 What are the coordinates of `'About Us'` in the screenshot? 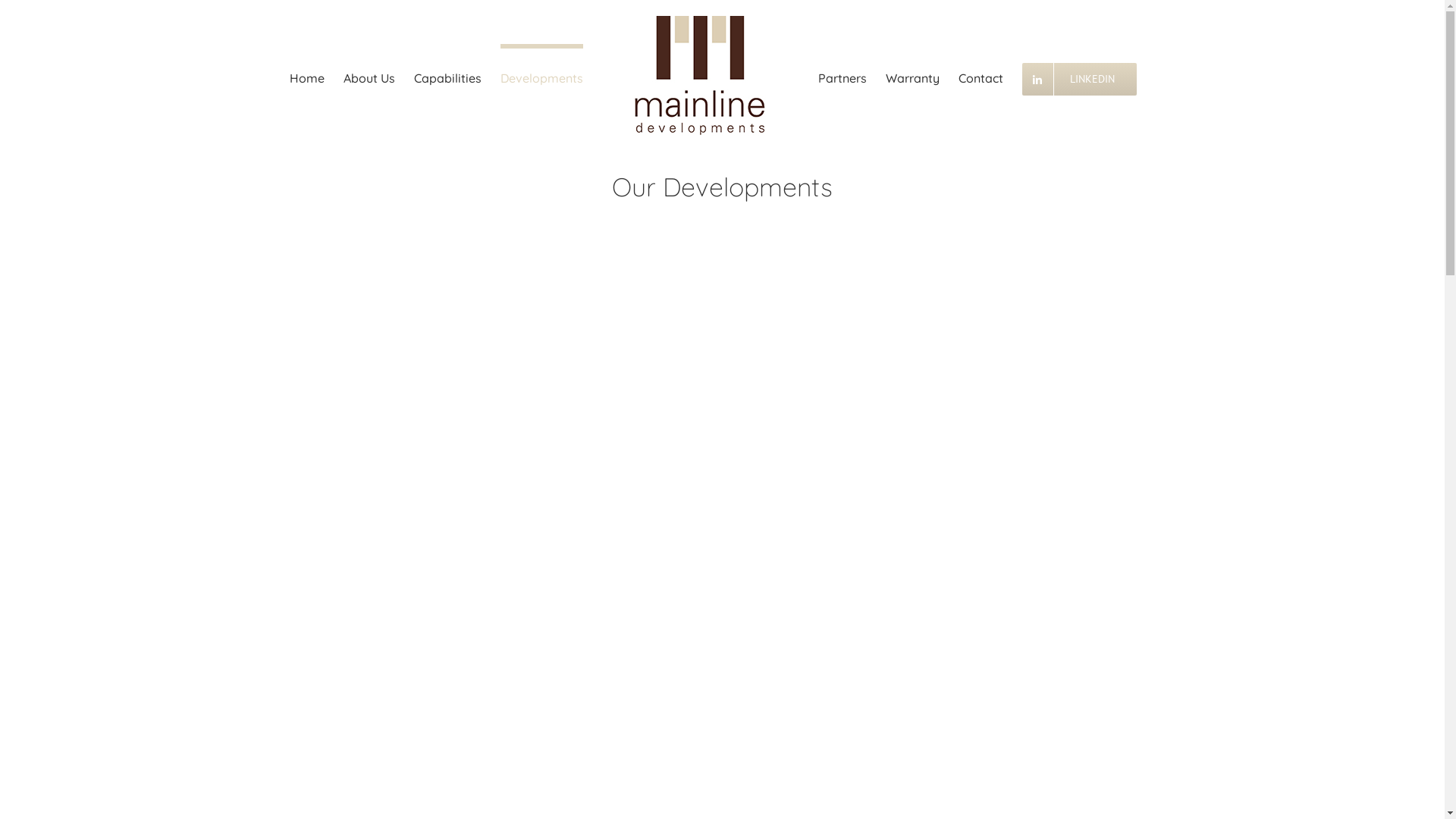 It's located at (368, 76).